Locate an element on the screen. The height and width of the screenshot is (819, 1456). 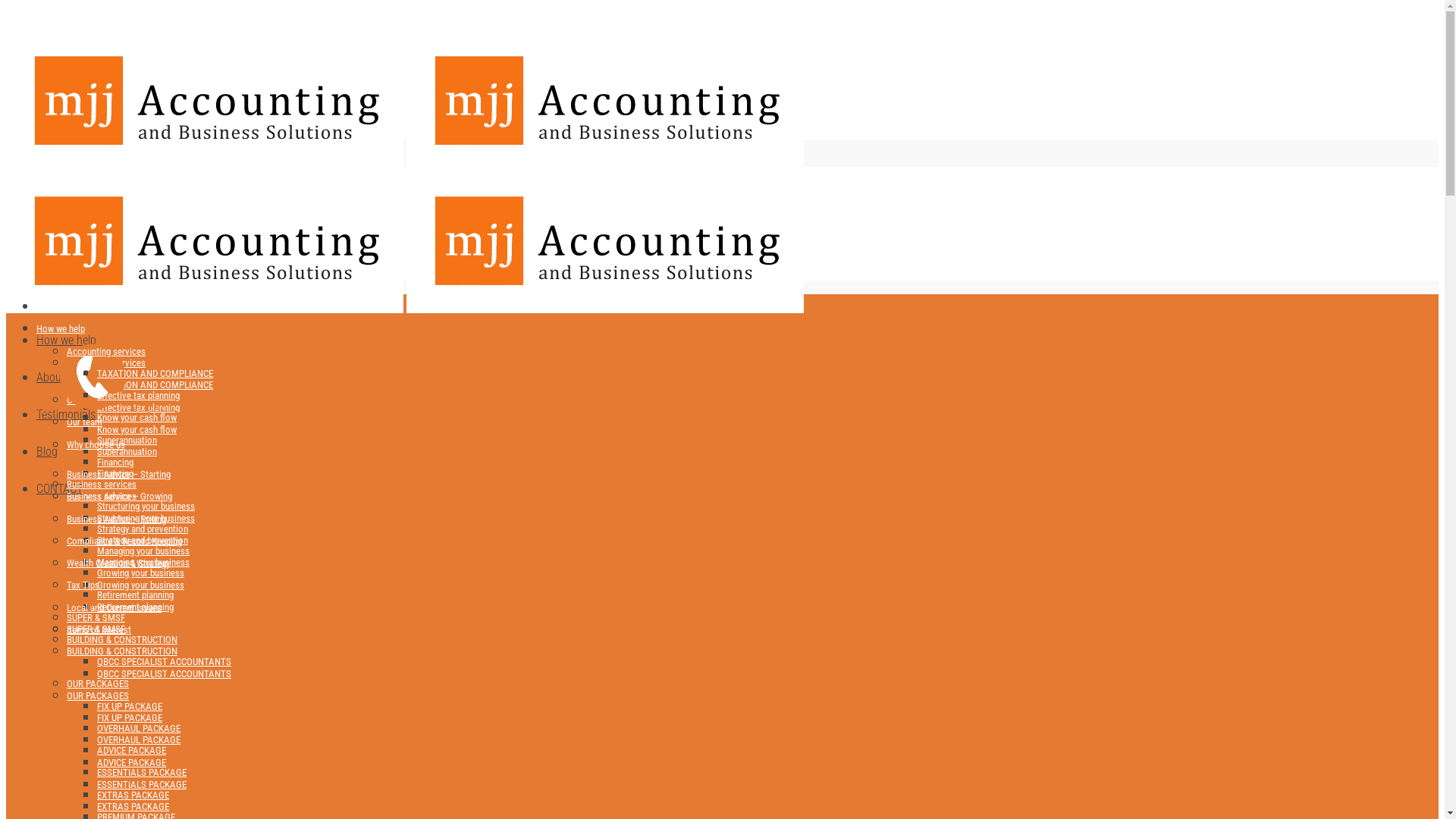
'Retirement planning' is located at coordinates (135, 606).